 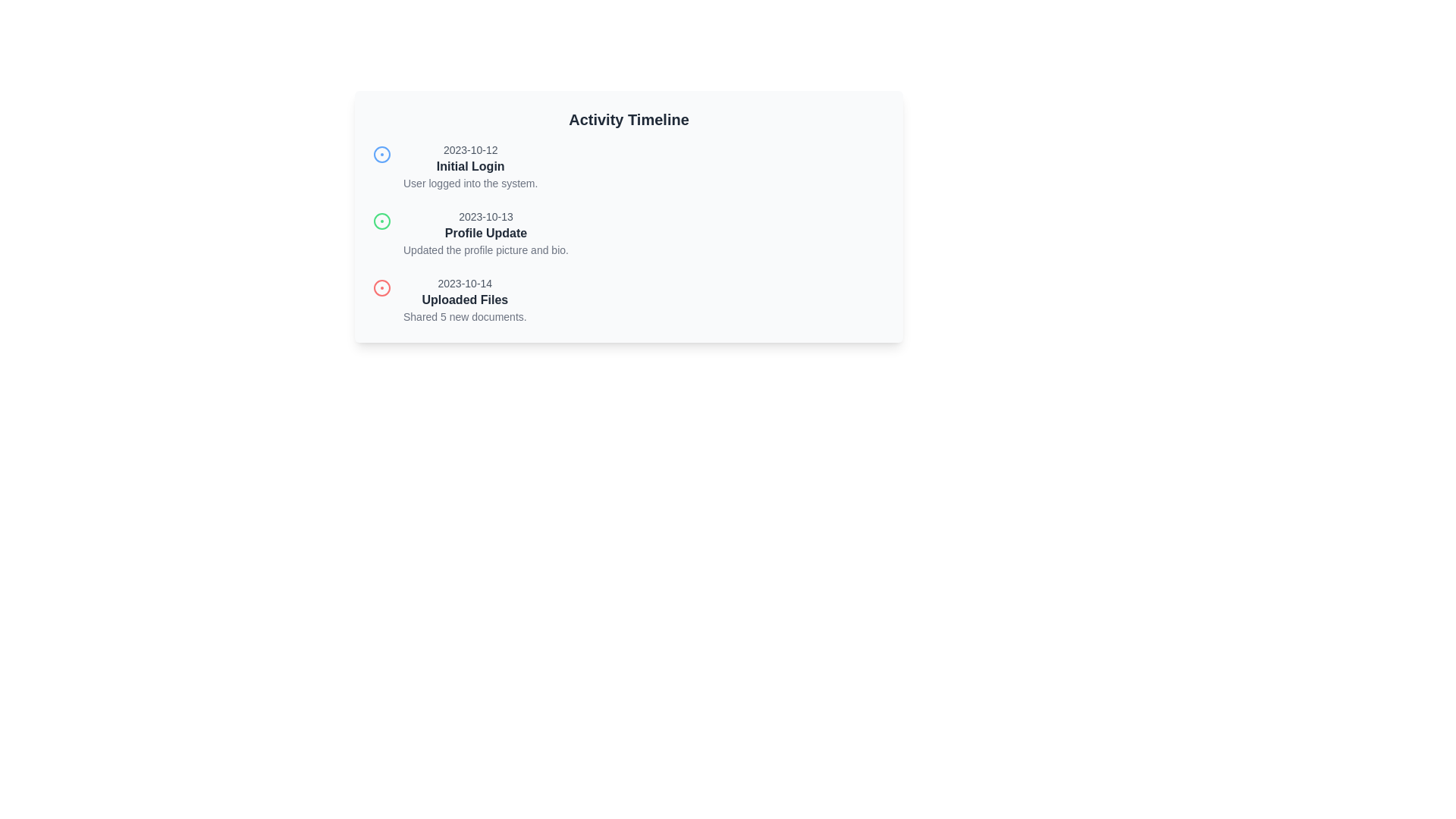 I want to click on the SVG Circle marker indicating the '2023-10-13 Profile Update' entry in the timeline, which is the second marker from the top, so click(x=382, y=221).